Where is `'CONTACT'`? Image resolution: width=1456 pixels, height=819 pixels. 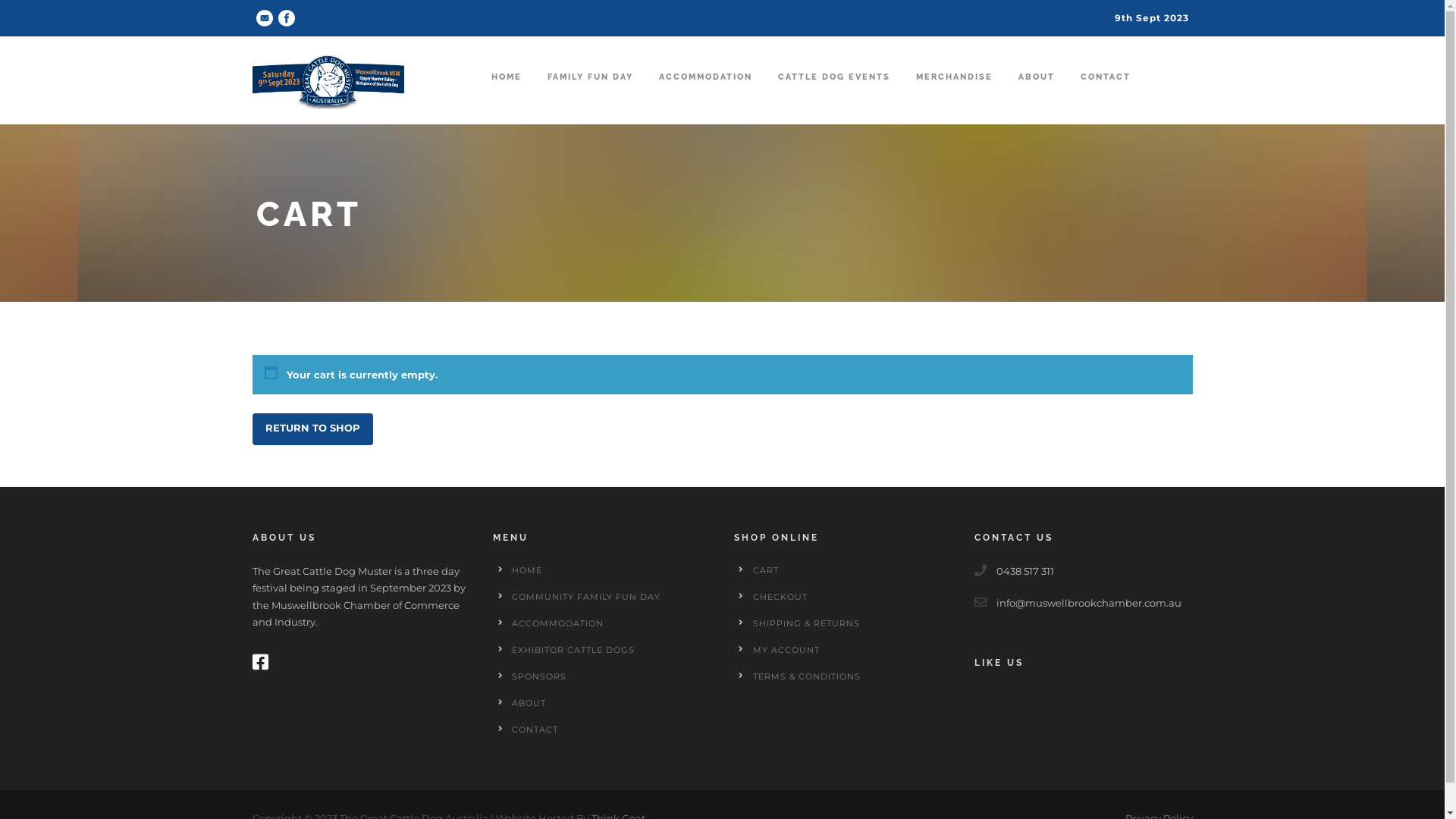 'CONTACT' is located at coordinates (535, 728).